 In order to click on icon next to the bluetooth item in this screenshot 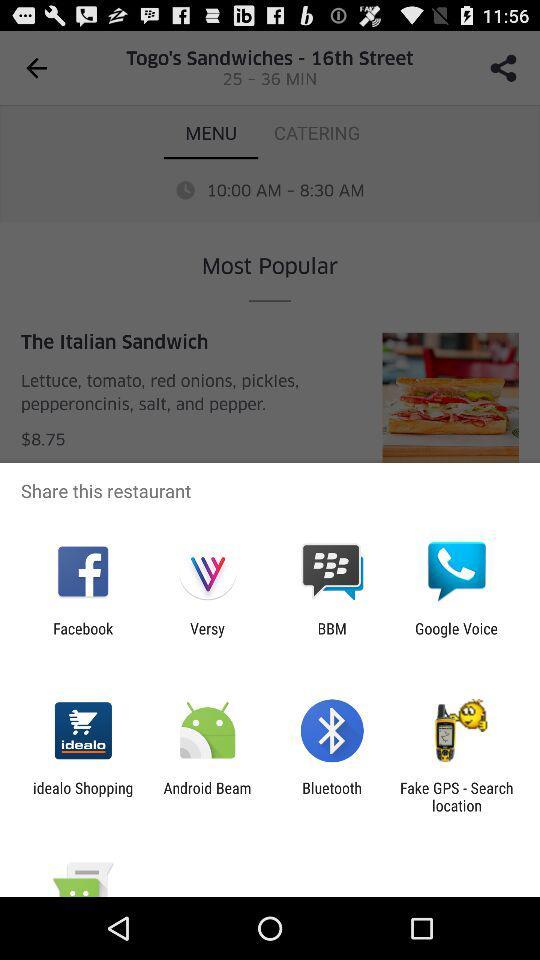, I will do `click(206, 796)`.